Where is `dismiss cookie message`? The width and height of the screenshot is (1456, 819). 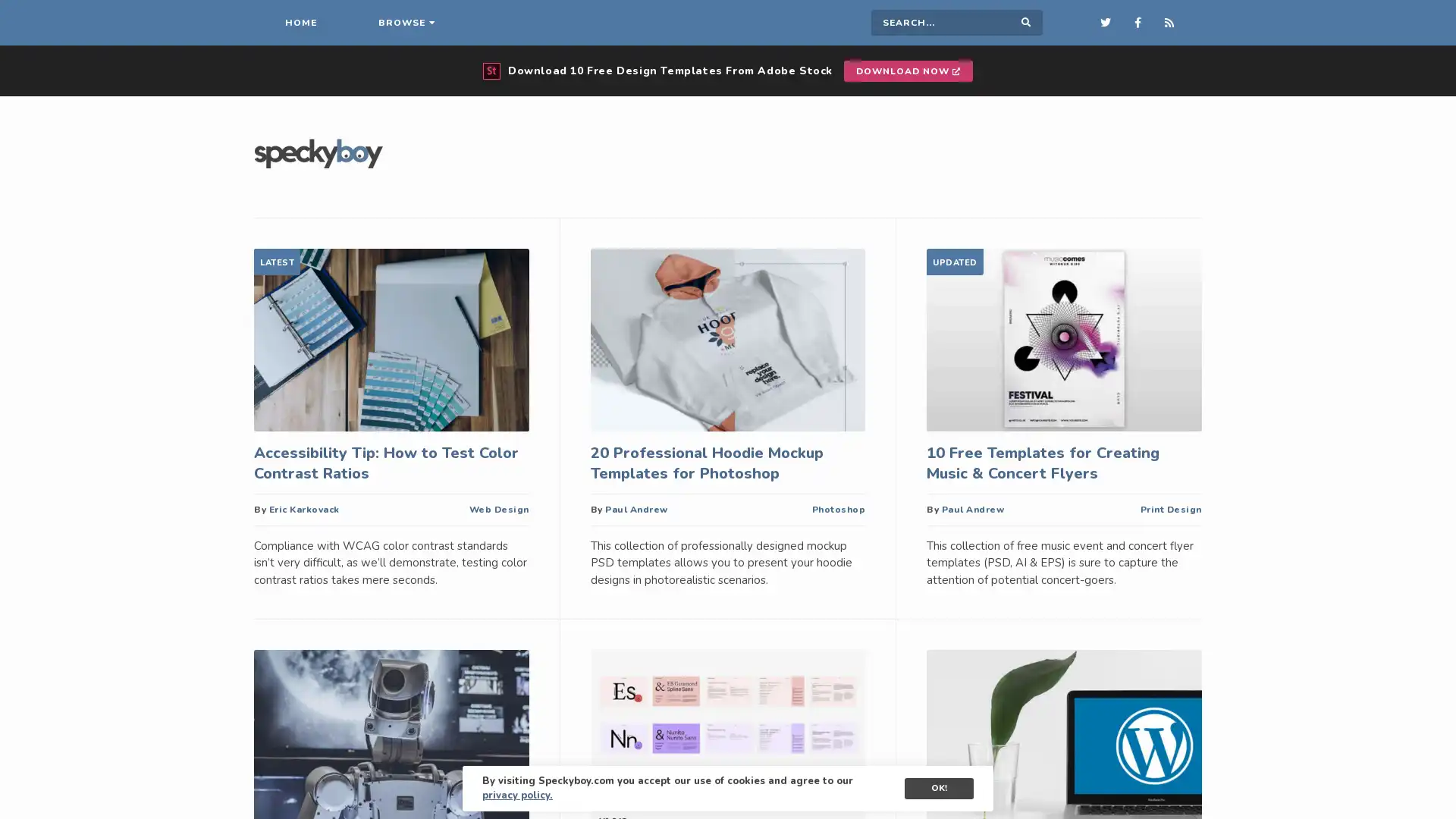 dismiss cookie message is located at coordinates (938, 788).